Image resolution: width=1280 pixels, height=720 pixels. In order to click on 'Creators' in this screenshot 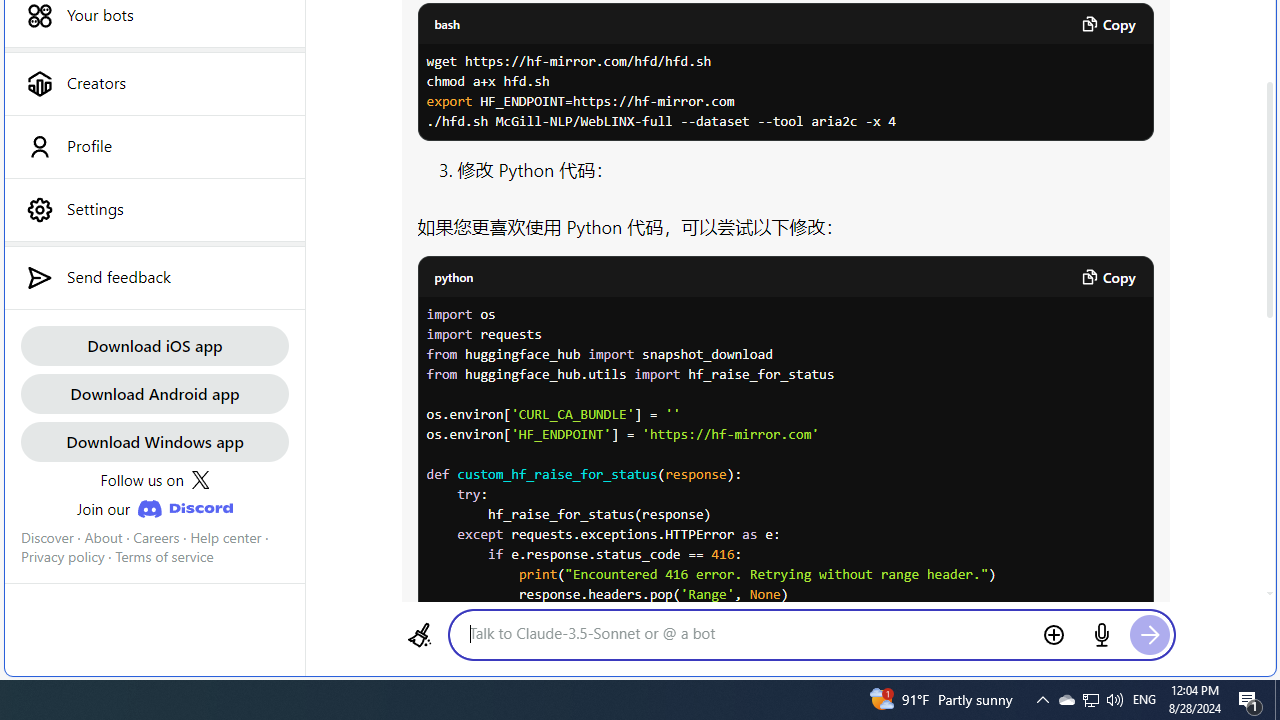, I will do `click(153, 82)`.